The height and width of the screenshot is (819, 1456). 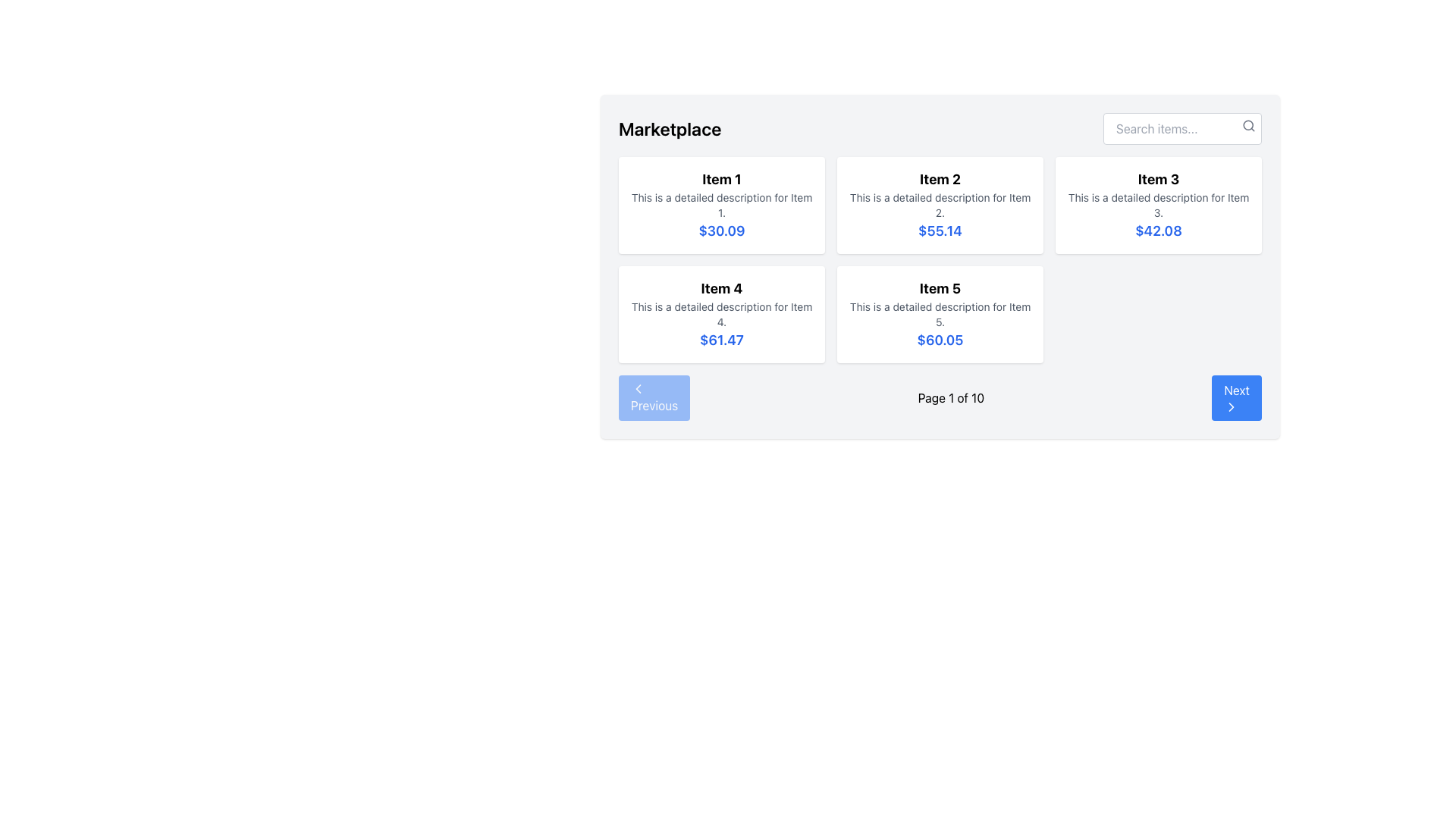 I want to click on the small circular search icon styled as a magnifying glass located in the top-right corner of the search bar, so click(x=1248, y=124).